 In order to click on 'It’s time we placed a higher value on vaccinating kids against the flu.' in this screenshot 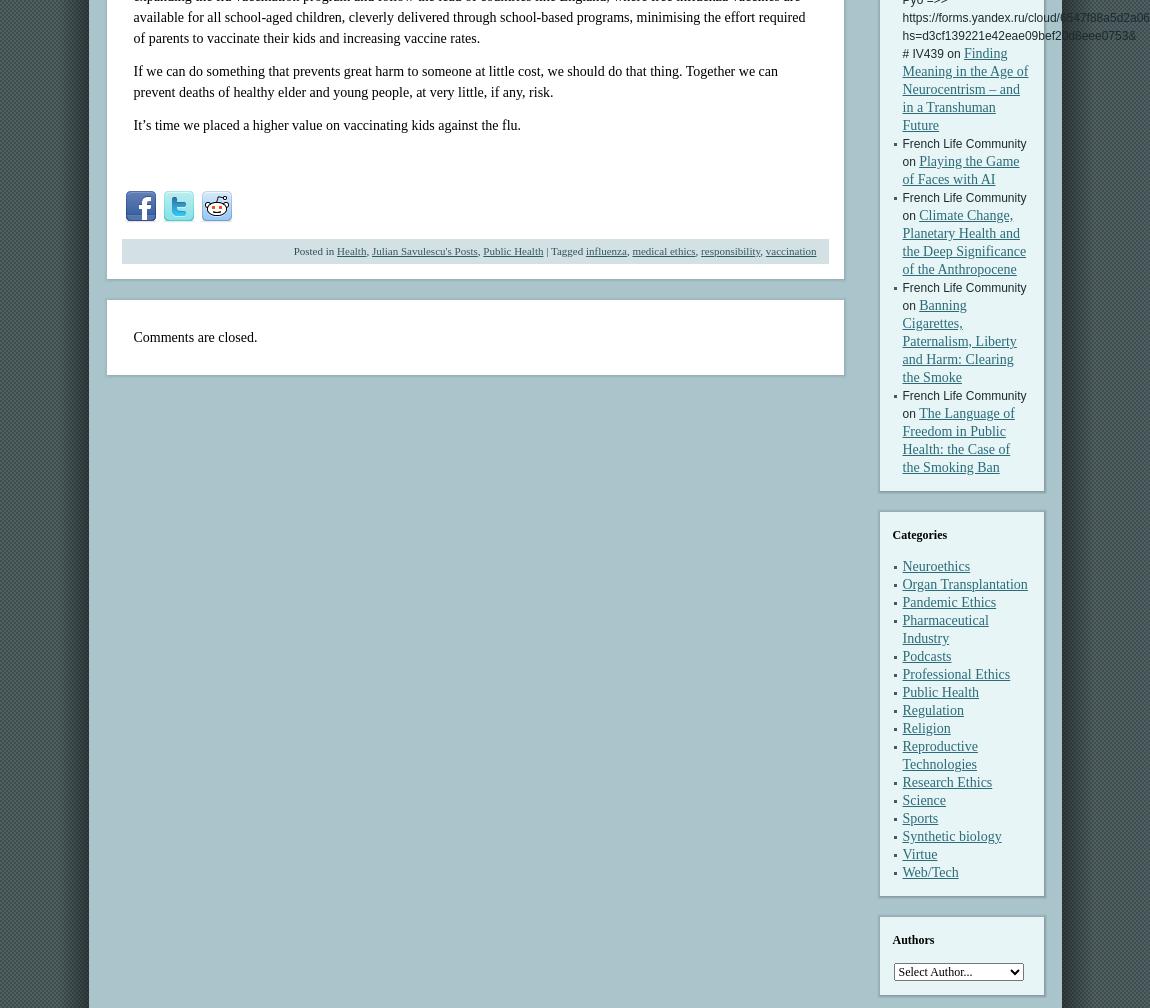, I will do `click(132, 125)`.